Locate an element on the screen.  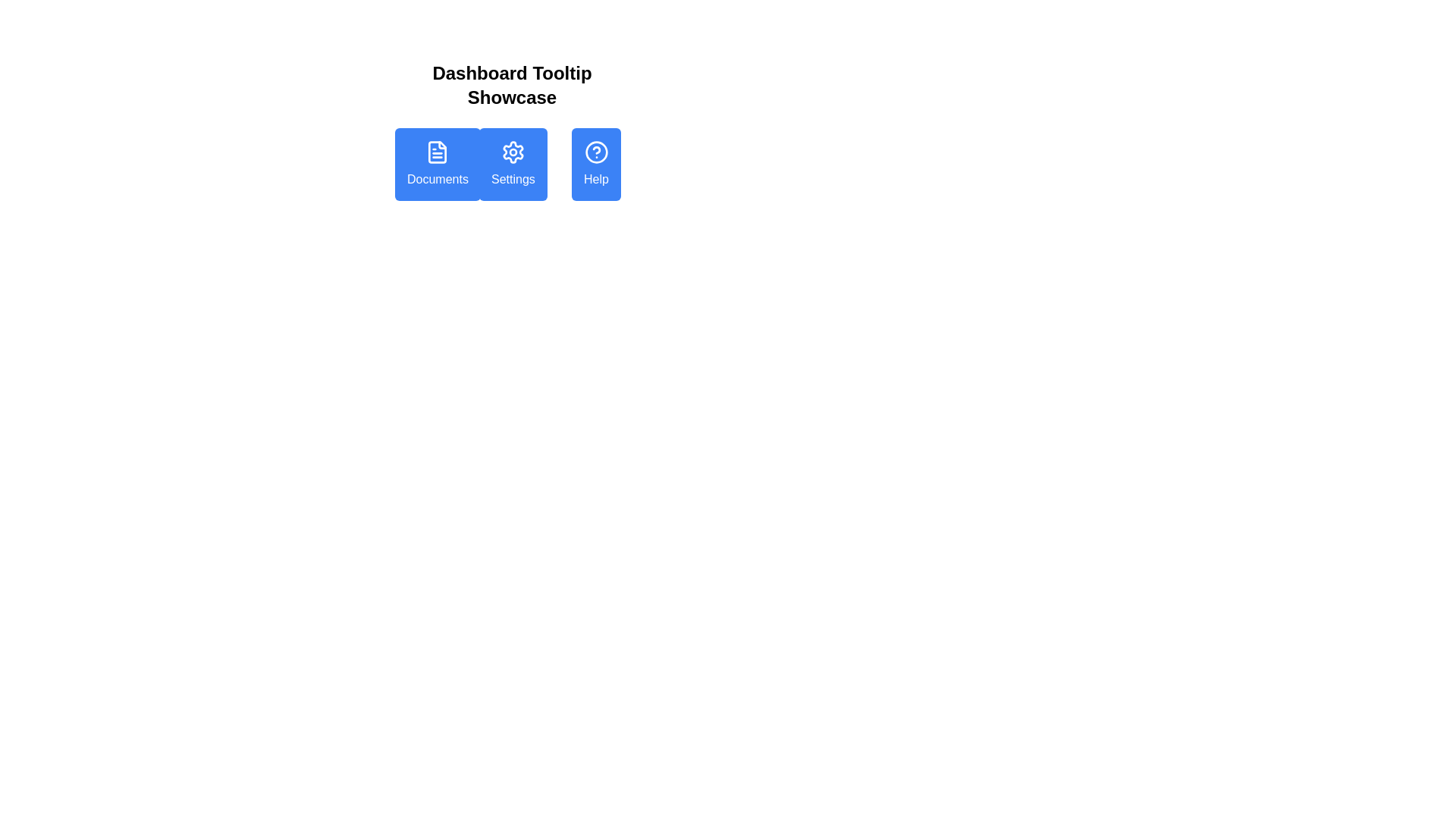
the blue rectangular 'Help' button with a question mark icon is located at coordinates (595, 164).